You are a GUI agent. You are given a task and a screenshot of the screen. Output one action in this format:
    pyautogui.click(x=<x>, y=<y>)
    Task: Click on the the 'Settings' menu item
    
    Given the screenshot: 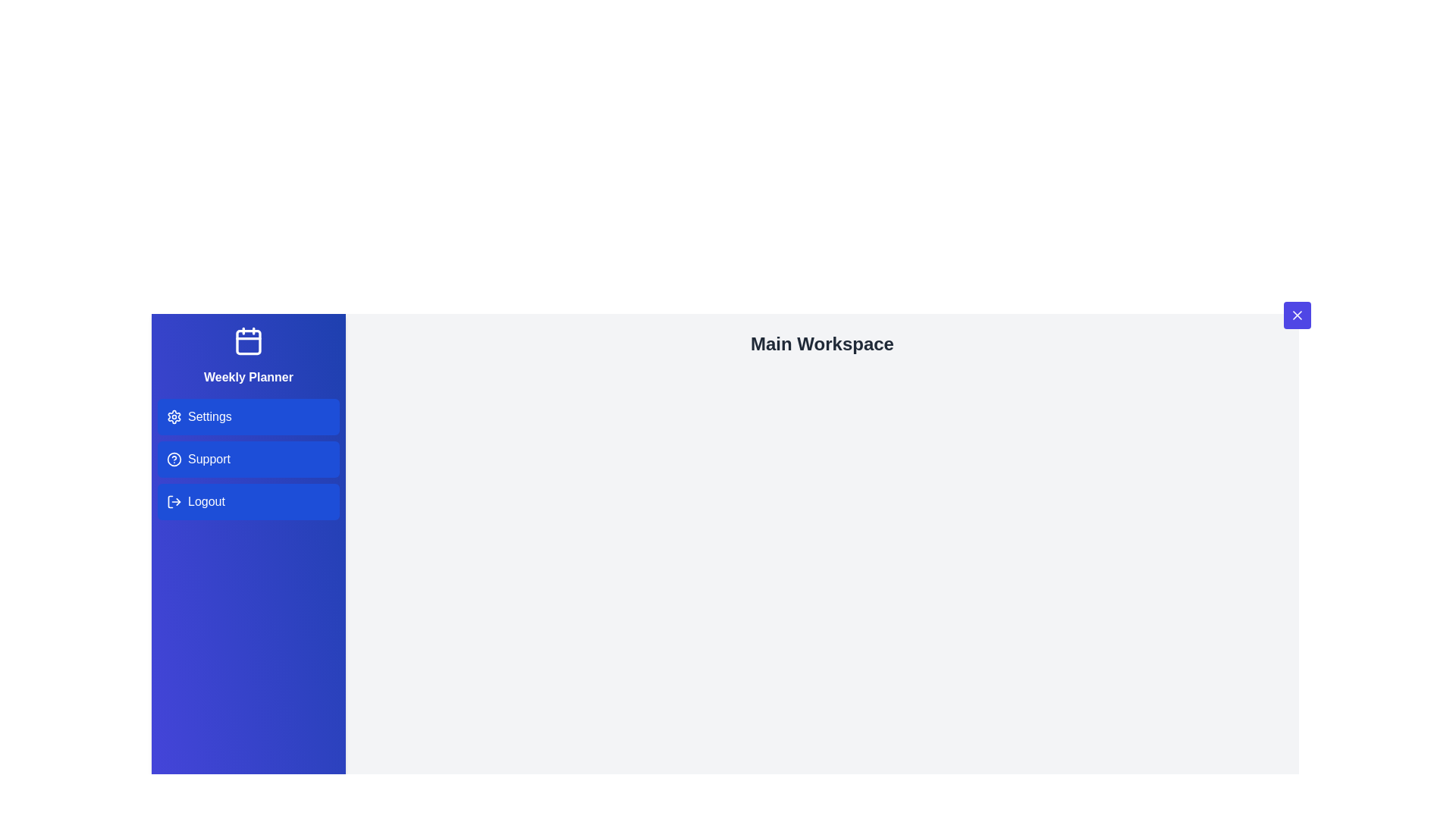 What is the action you would take?
    pyautogui.click(x=248, y=417)
    